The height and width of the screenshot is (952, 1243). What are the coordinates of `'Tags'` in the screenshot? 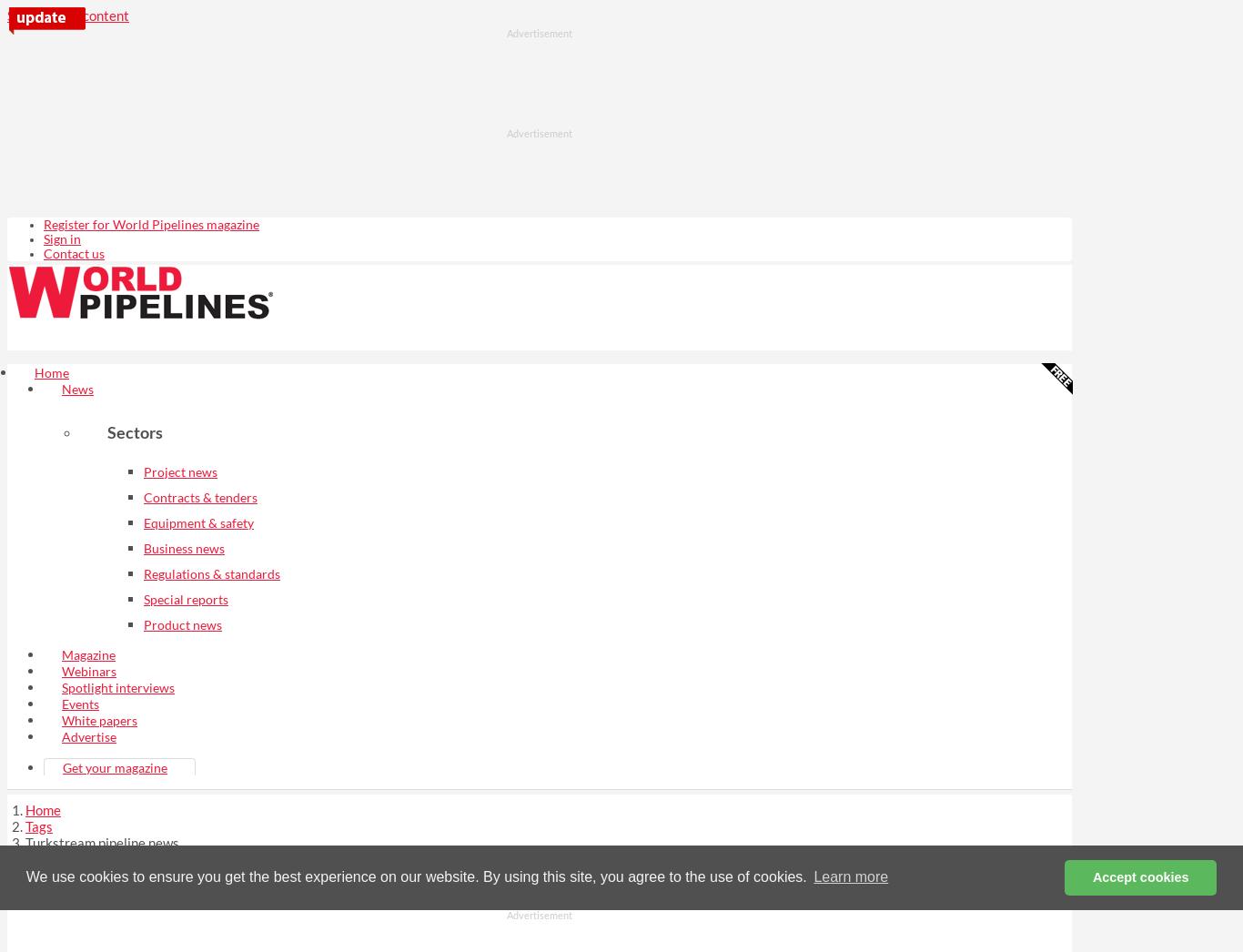 It's located at (39, 825).